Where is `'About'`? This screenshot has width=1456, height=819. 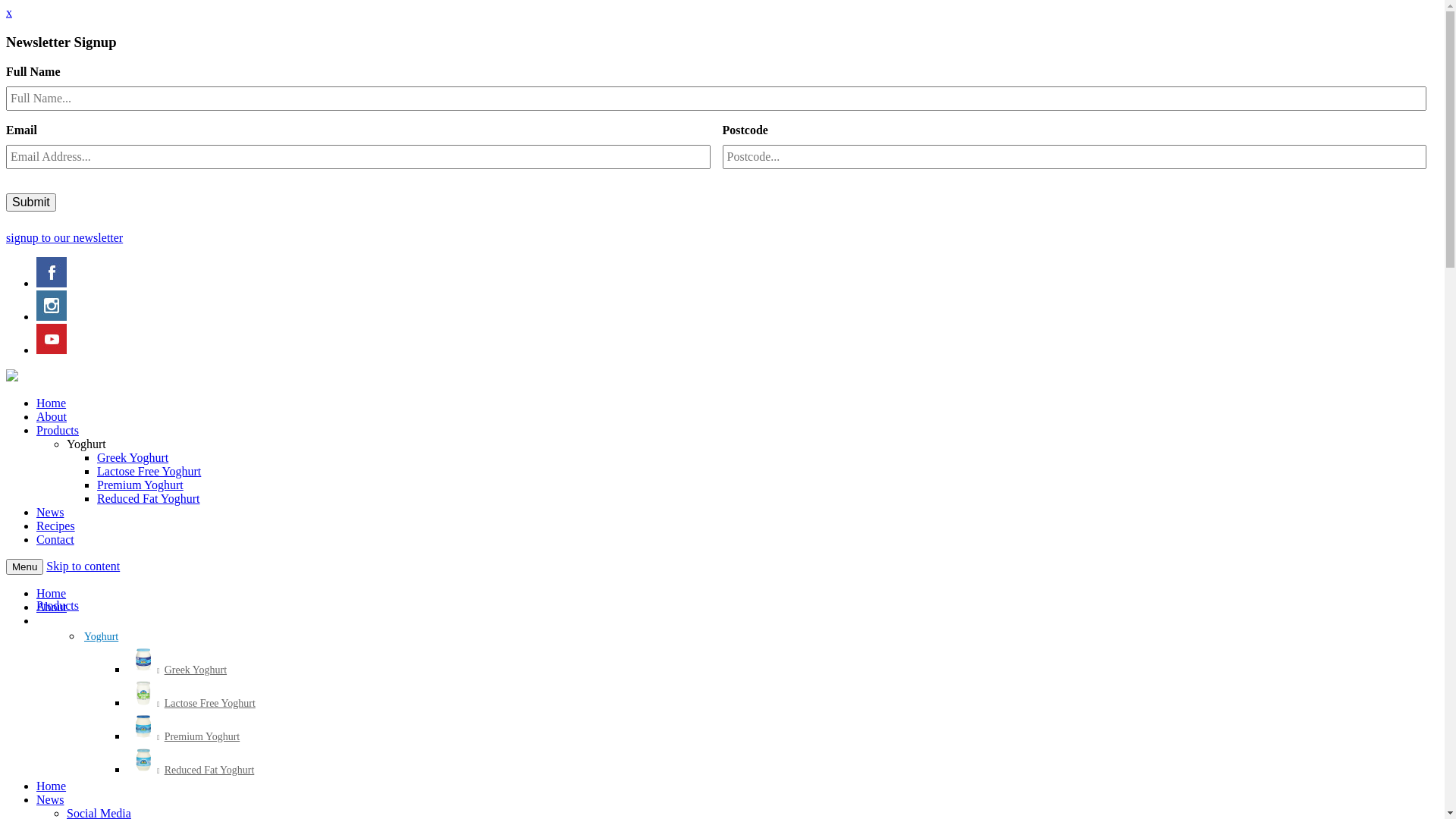
'About' is located at coordinates (51, 606).